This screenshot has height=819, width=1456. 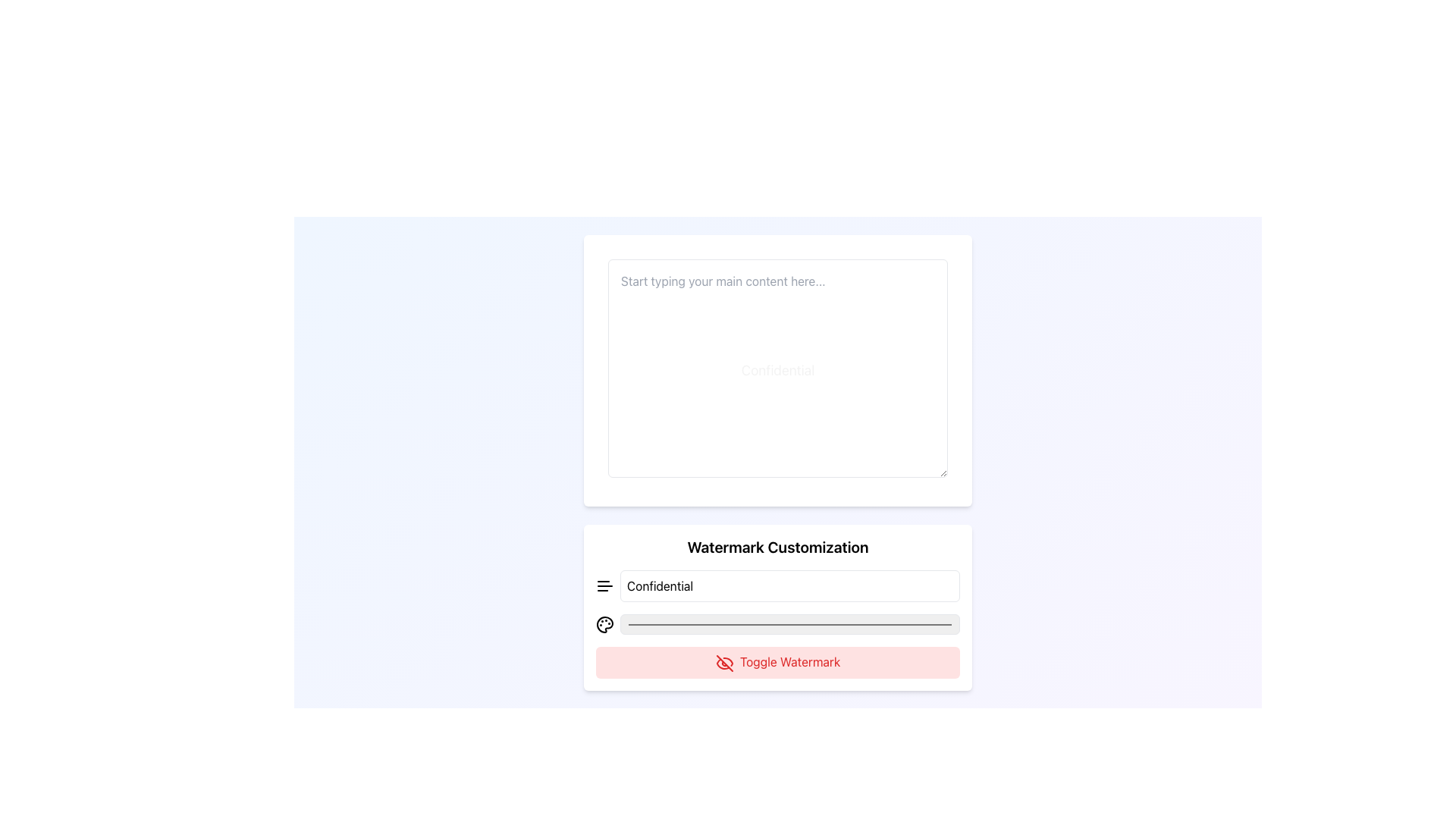 I want to click on the 'Toggle Watermark' button located at the bottom of the 'Watermark Customization' section, so click(x=778, y=661).